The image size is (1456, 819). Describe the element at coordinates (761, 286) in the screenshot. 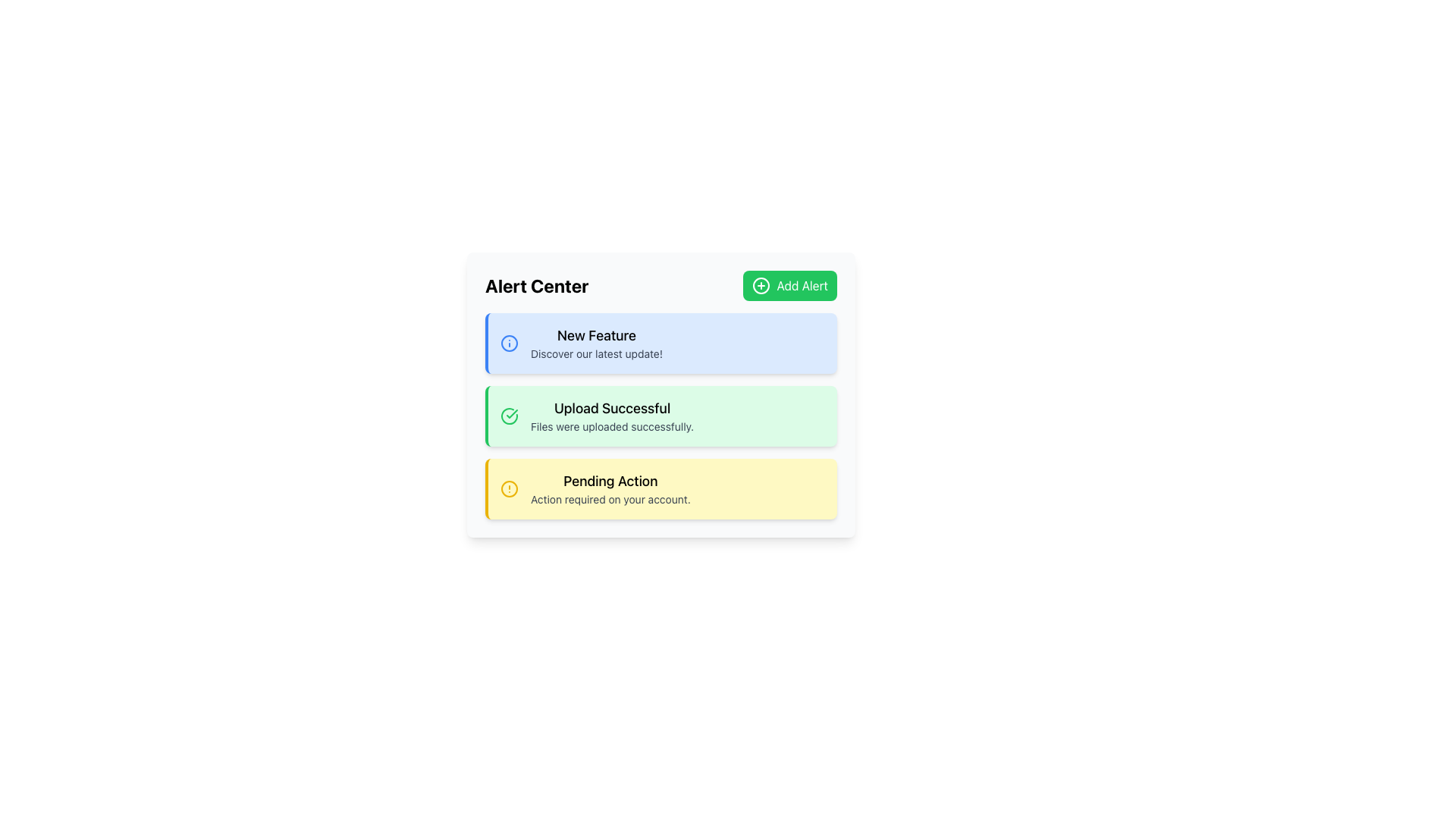

I see `the circular green icon with a plus symbol, which is part of the 'Add Alert' button located at the top-right corner of the right sidebar` at that location.